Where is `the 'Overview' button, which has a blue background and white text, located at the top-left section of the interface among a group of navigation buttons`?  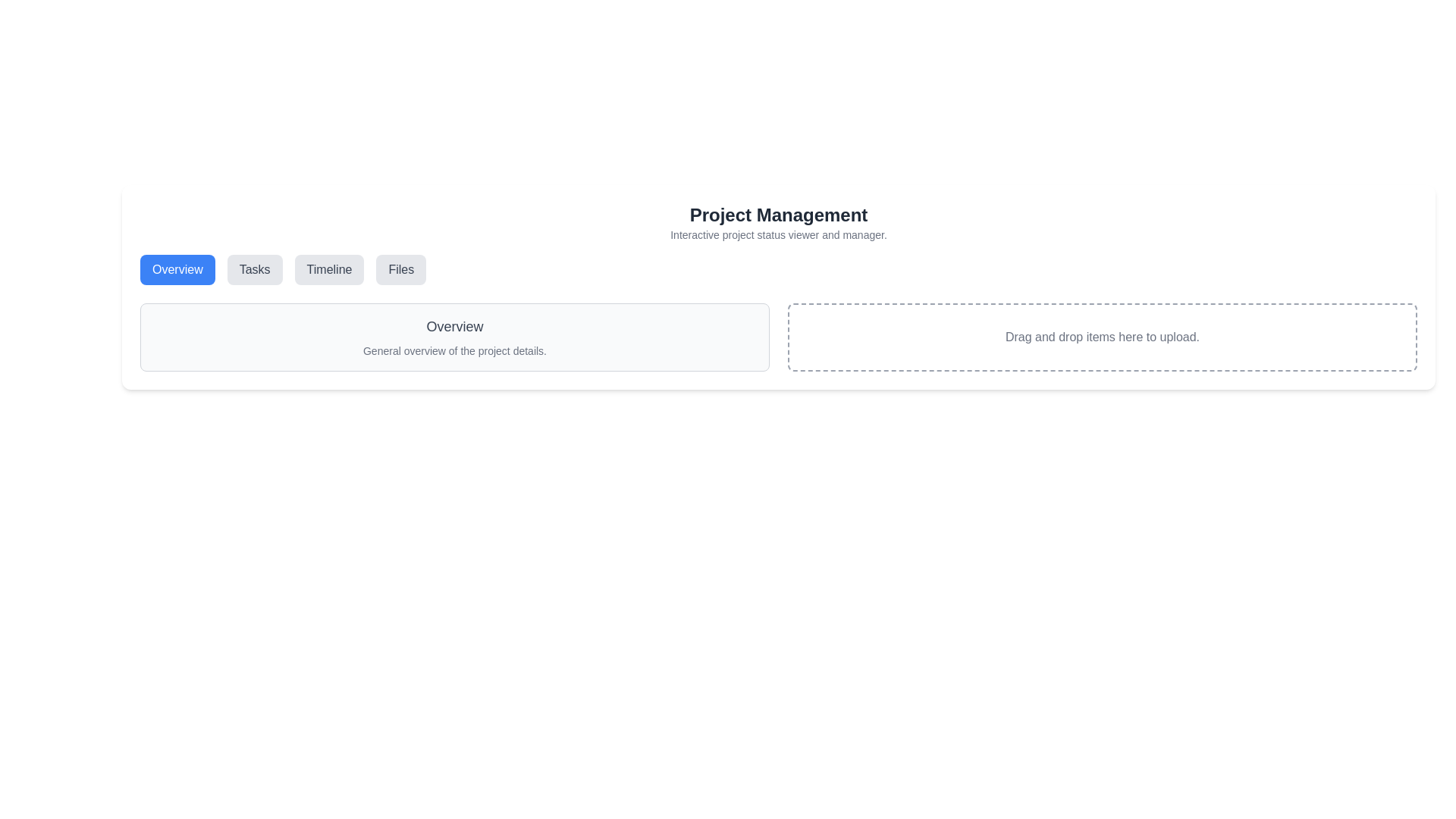 the 'Overview' button, which has a blue background and white text, located at the top-left section of the interface among a group of navigation buttons is located at coordinates (177, 268).